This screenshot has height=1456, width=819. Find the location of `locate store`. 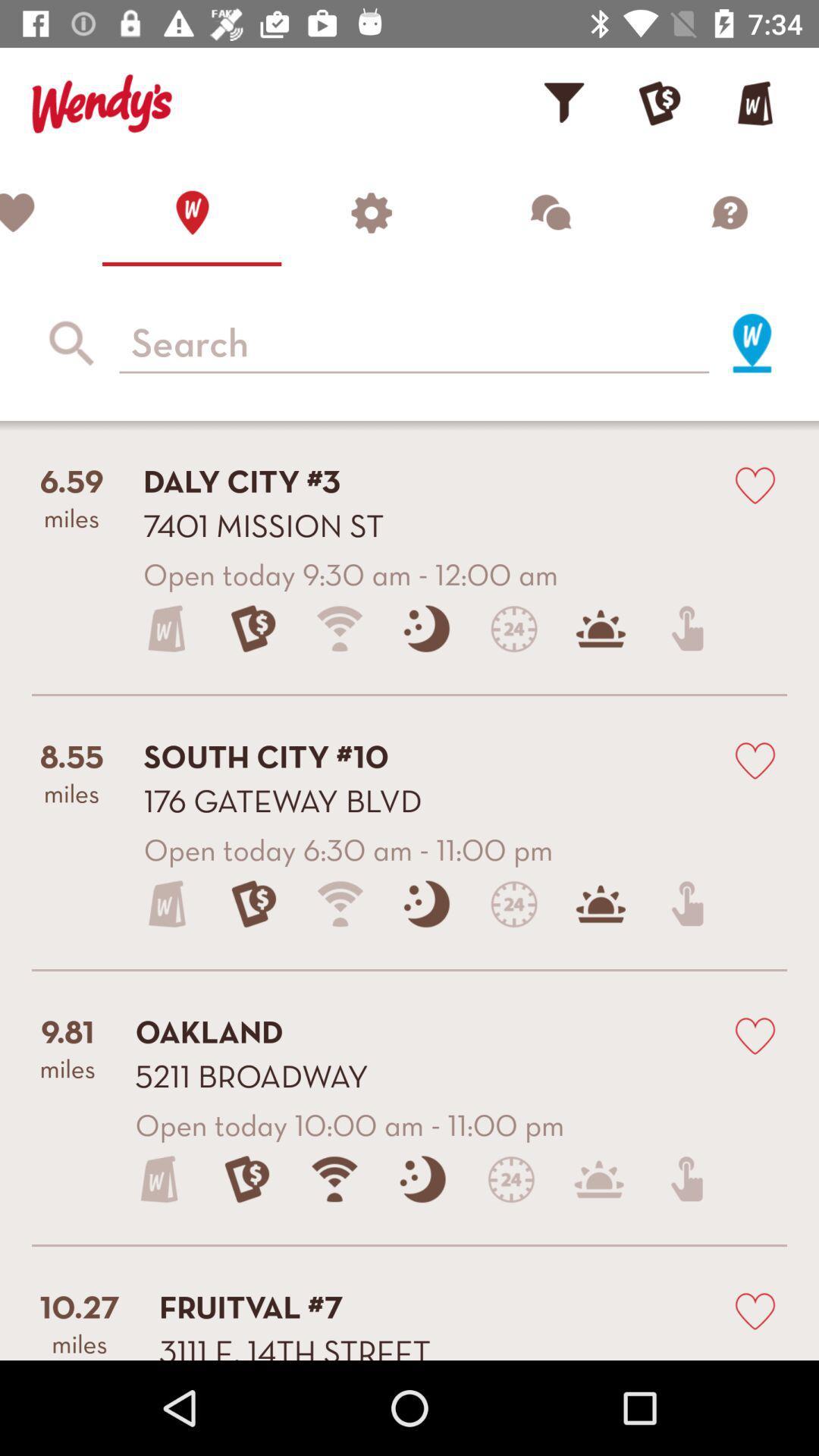

locate store is located at coordinates (752, 342).